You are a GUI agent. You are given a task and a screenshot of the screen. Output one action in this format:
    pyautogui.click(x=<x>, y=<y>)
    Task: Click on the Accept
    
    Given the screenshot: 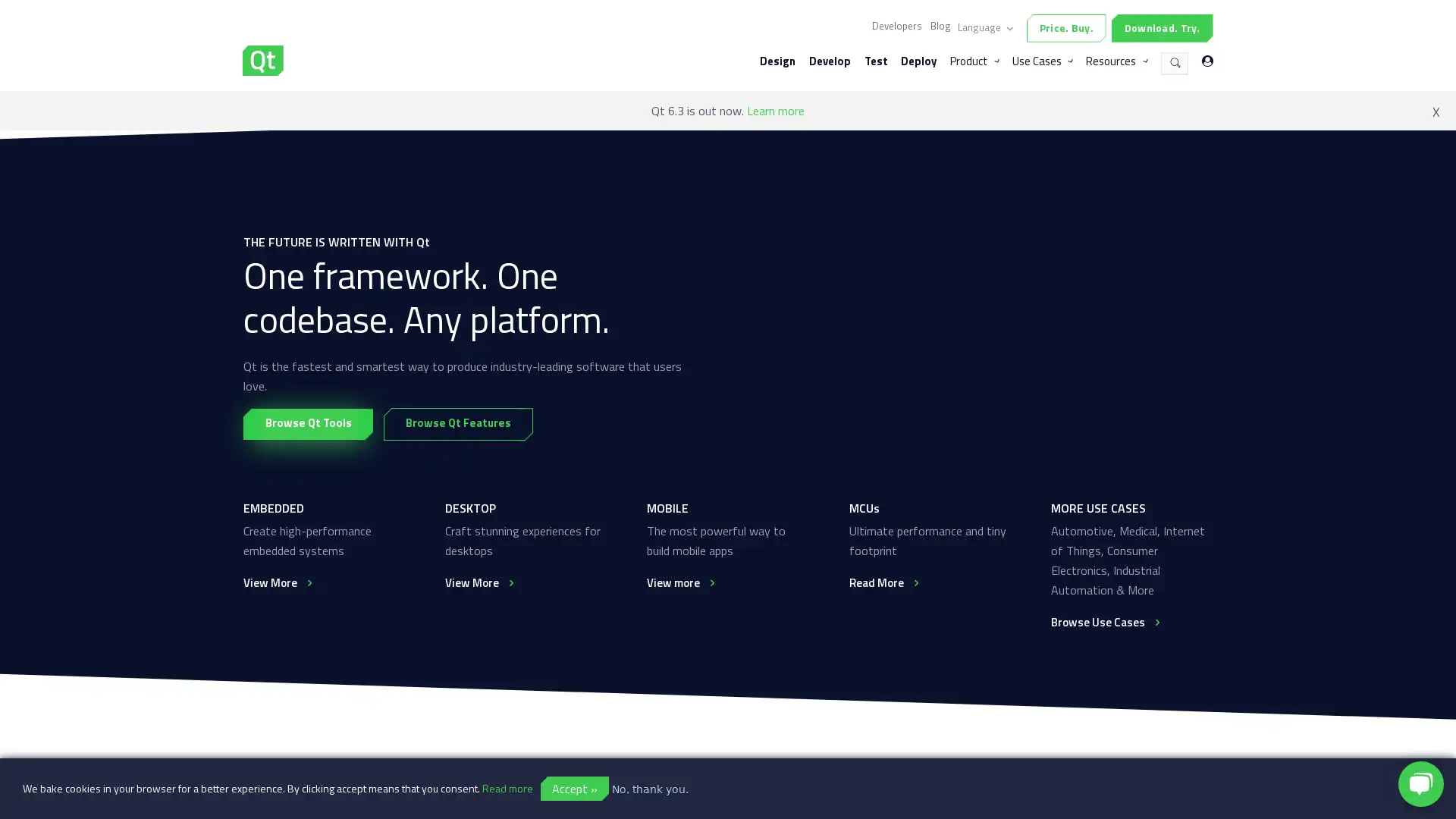 What is the action you would take?
    pyautogui.click(x=574, y=788)
    